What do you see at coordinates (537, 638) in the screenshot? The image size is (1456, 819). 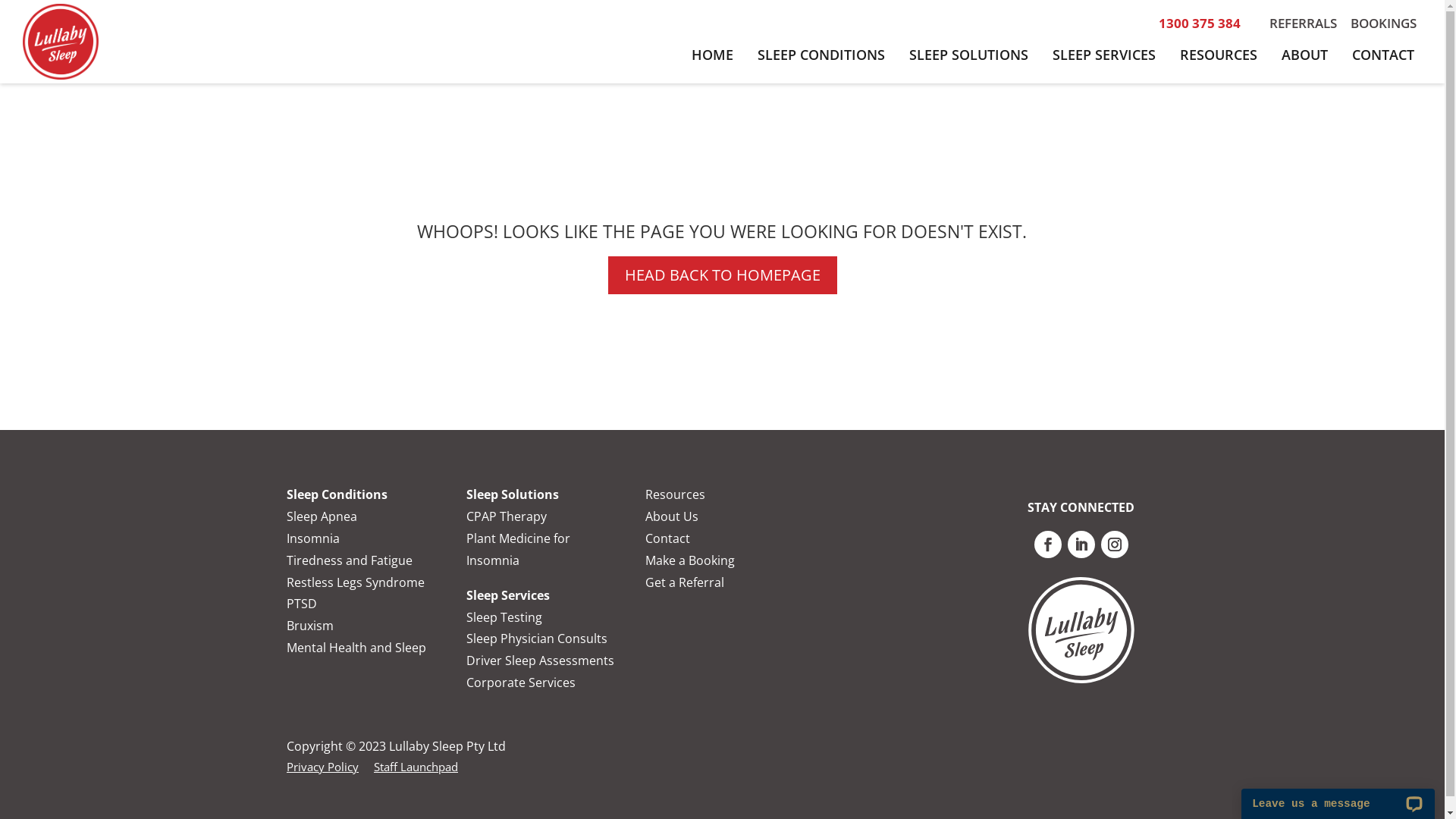 I see `'Sleep Physician Consults'` at bounding box center [537, 638].